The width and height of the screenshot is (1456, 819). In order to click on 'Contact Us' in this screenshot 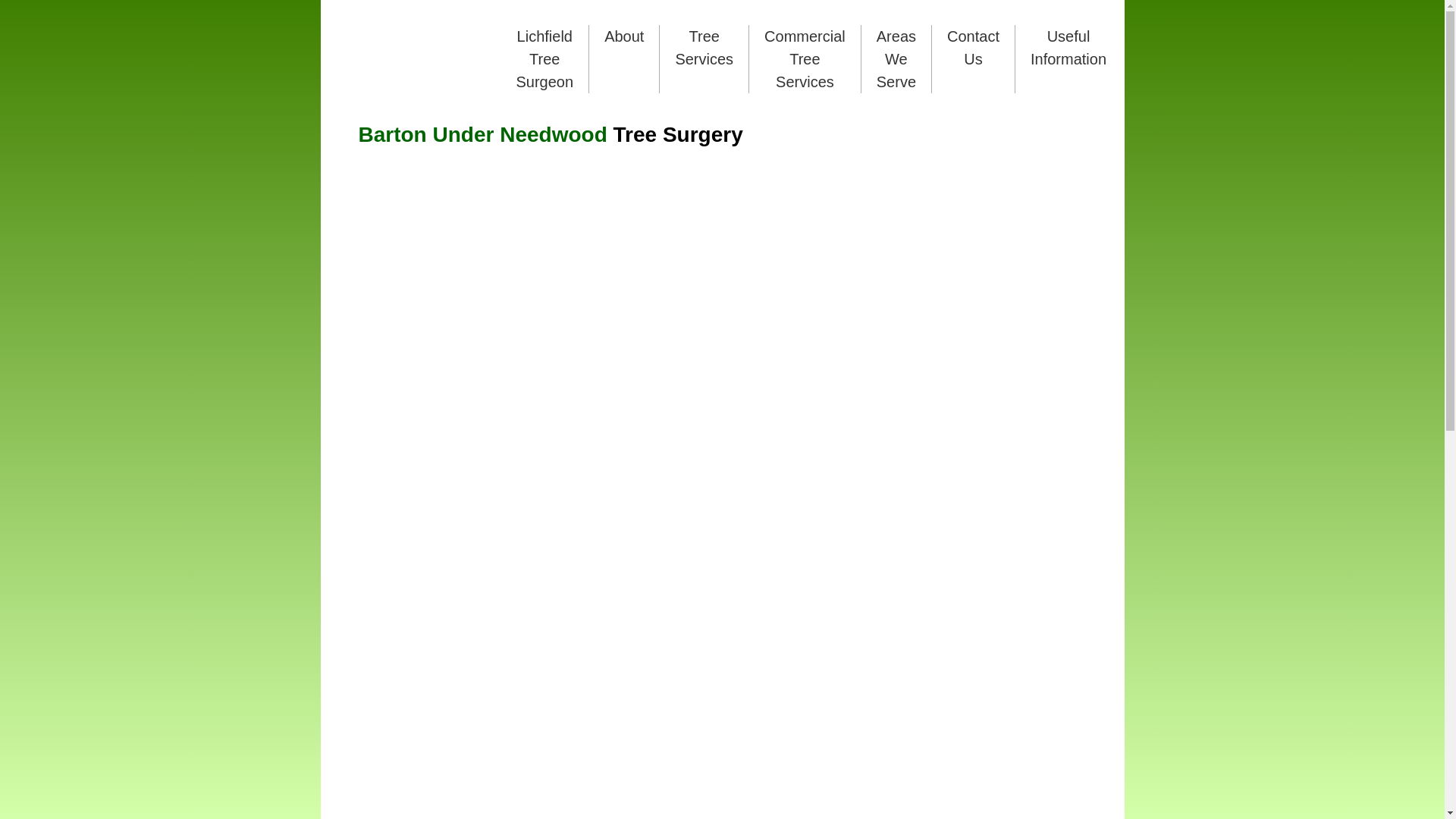, I will do `click(973, 46)`.